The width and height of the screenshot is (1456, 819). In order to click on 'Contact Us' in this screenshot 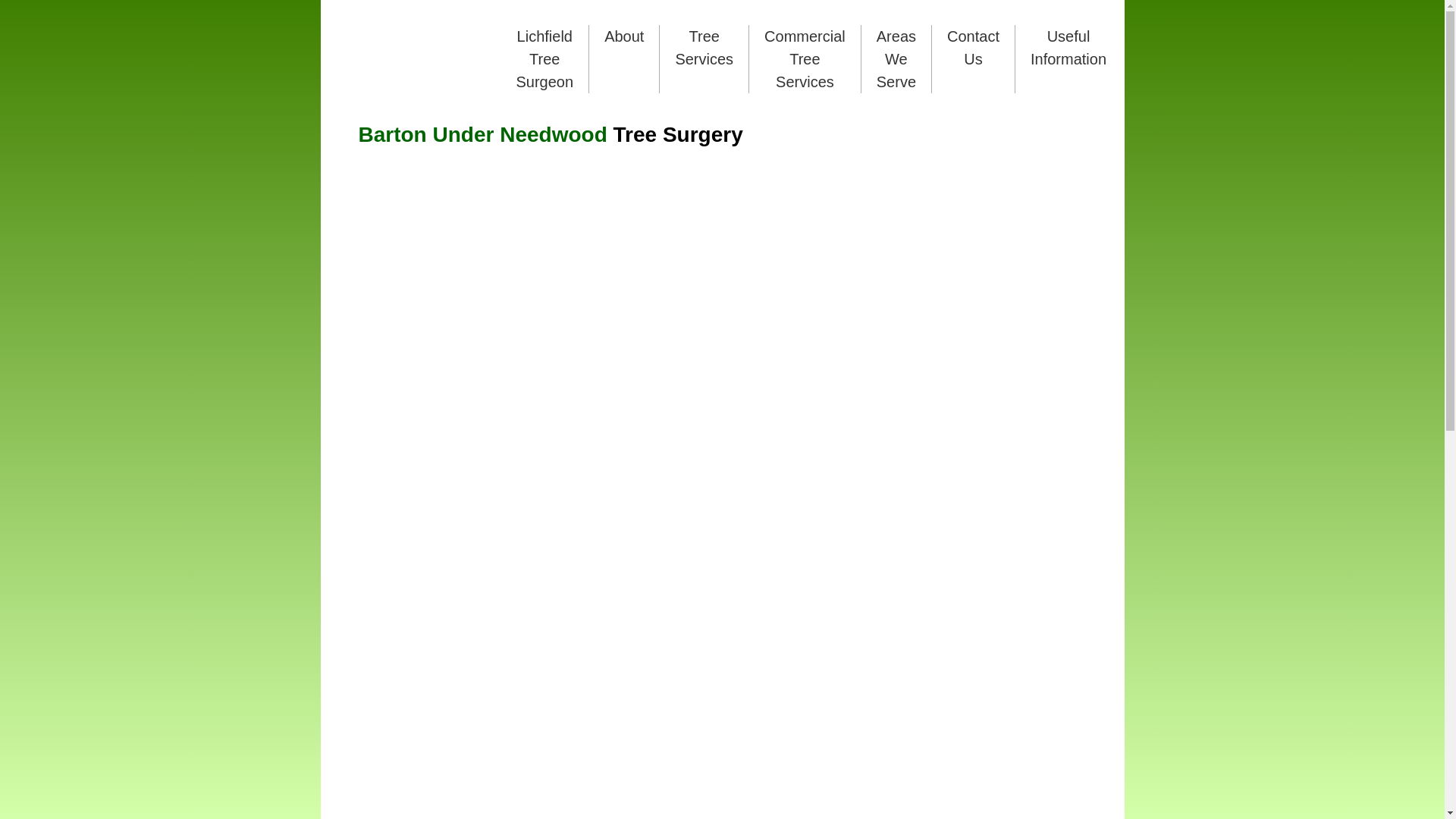, I will do `click(973, 46)`.